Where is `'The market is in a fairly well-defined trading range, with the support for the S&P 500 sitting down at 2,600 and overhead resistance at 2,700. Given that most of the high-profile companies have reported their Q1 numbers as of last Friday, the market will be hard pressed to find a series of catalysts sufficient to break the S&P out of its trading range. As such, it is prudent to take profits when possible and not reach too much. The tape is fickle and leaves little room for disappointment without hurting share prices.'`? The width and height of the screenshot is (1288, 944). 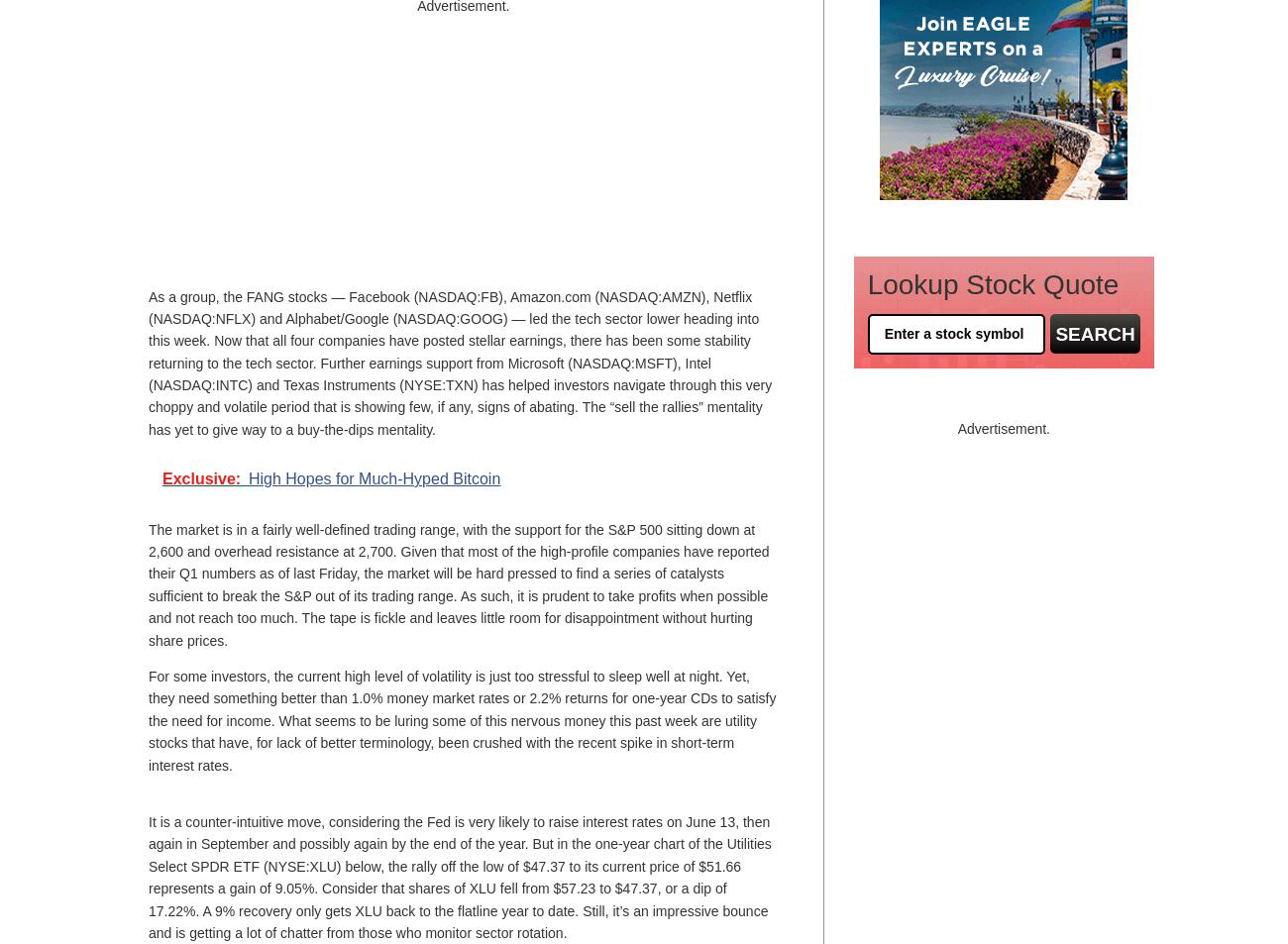
'The market is in a fairly well-defined trading range, with the support for the S&P 500 sitting down at 2,600 and overhead resistance at 2,700. Given that most of the high-profile companies have reported their Q1 numbers as of last Friday, the market will be hard pressed to find a series of catalysts sufficient to break the S&P out of its trading range. As such, it is prudent to take profits when possible and not reach too much. The tape is fickle and leaves little room for disappointment without hurting share prices.' is located at coordinates (458, 584).